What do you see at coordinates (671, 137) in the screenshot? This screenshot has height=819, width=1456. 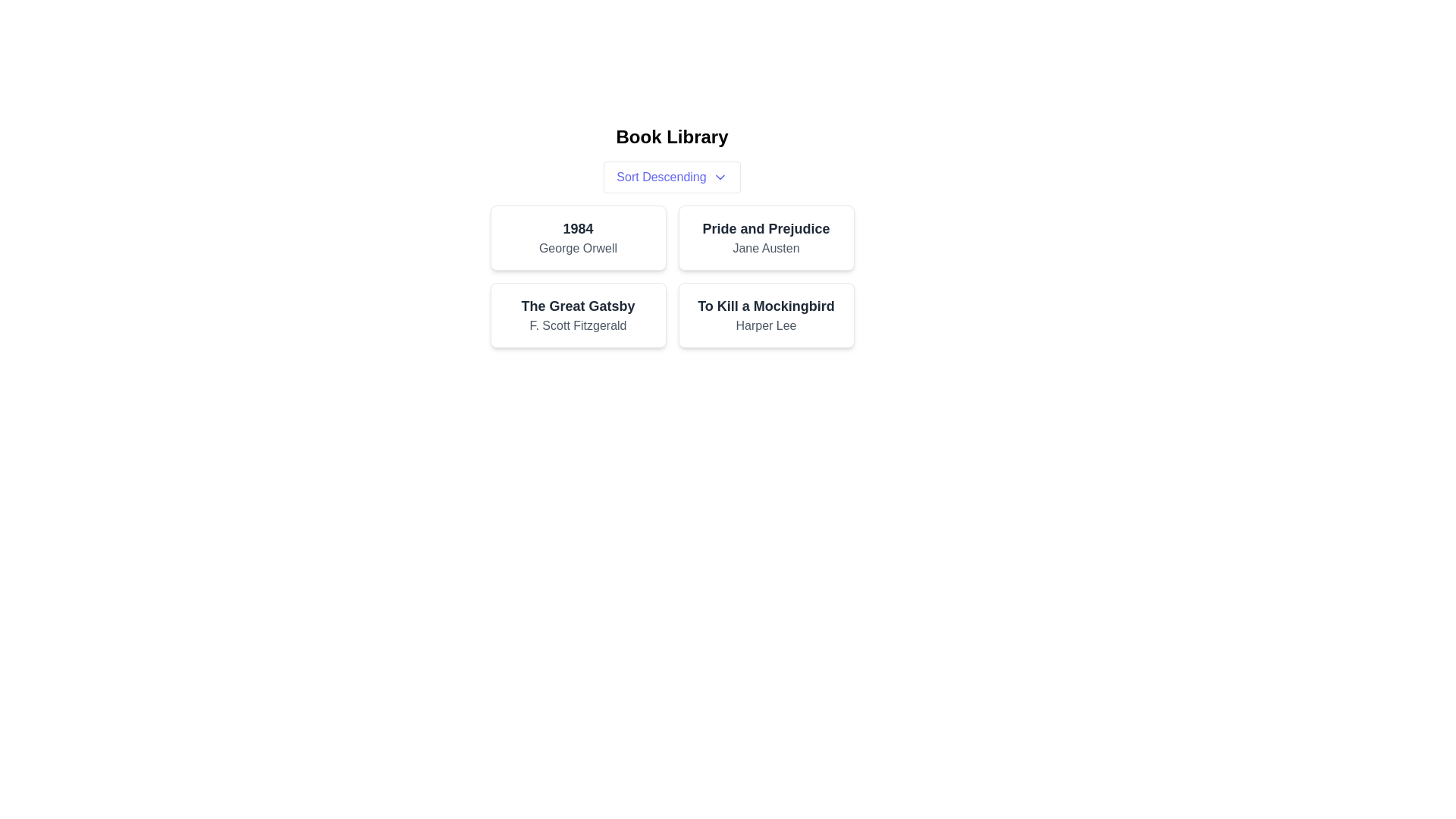 I see `the header text element that indicates the primary context of the book library, located just above the 'Sort Descending' button` at bounding box center [671, 137].